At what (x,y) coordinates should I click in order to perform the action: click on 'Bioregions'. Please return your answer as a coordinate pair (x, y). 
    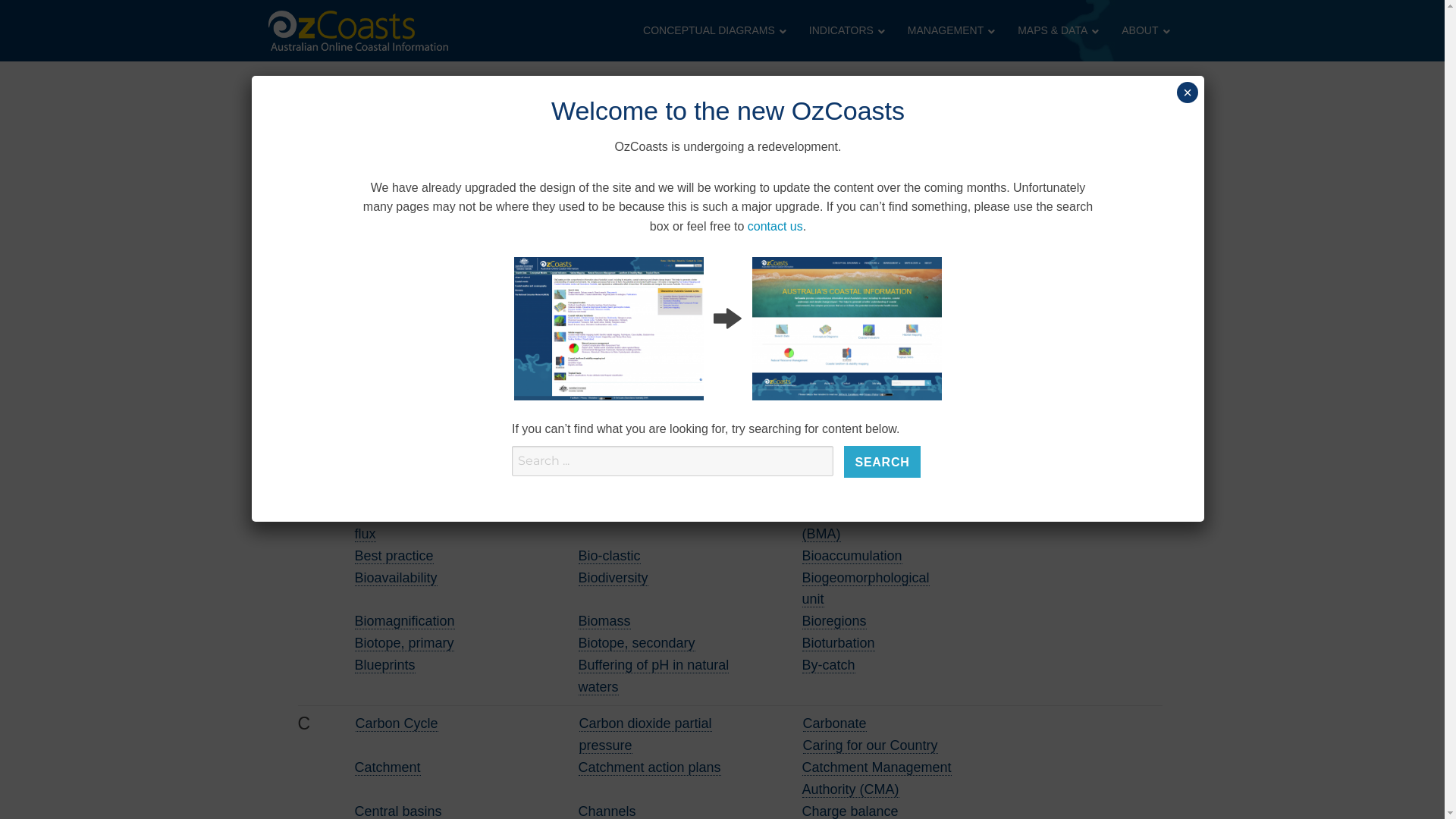
    Looking at the image, I should click on (833, 621).